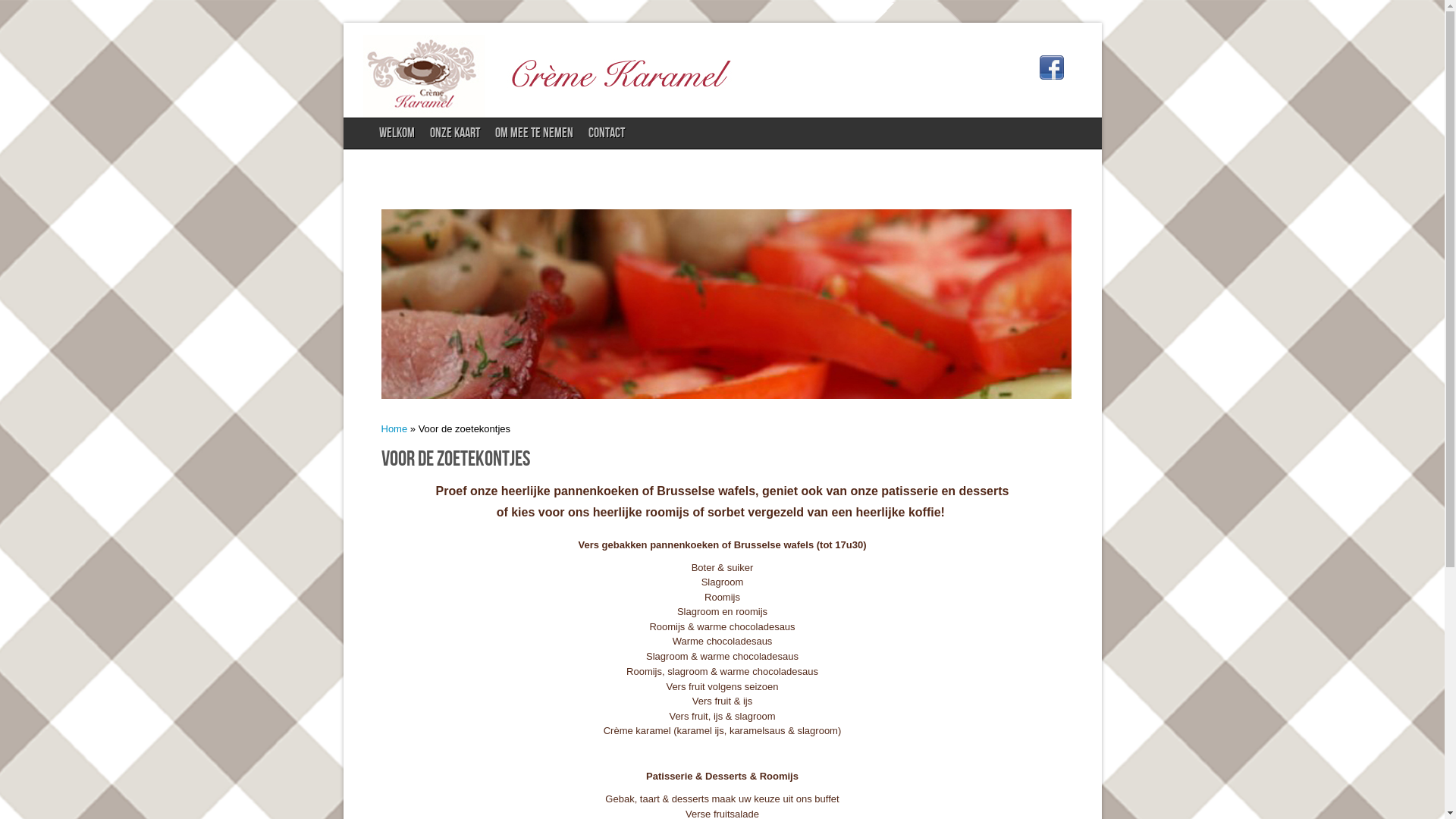 This screenshot has width=1456, height=819. What do you see at coordinates (371, 133) in the screenshot?
I see `'WELKOM'` at bounding box center [371, 133].